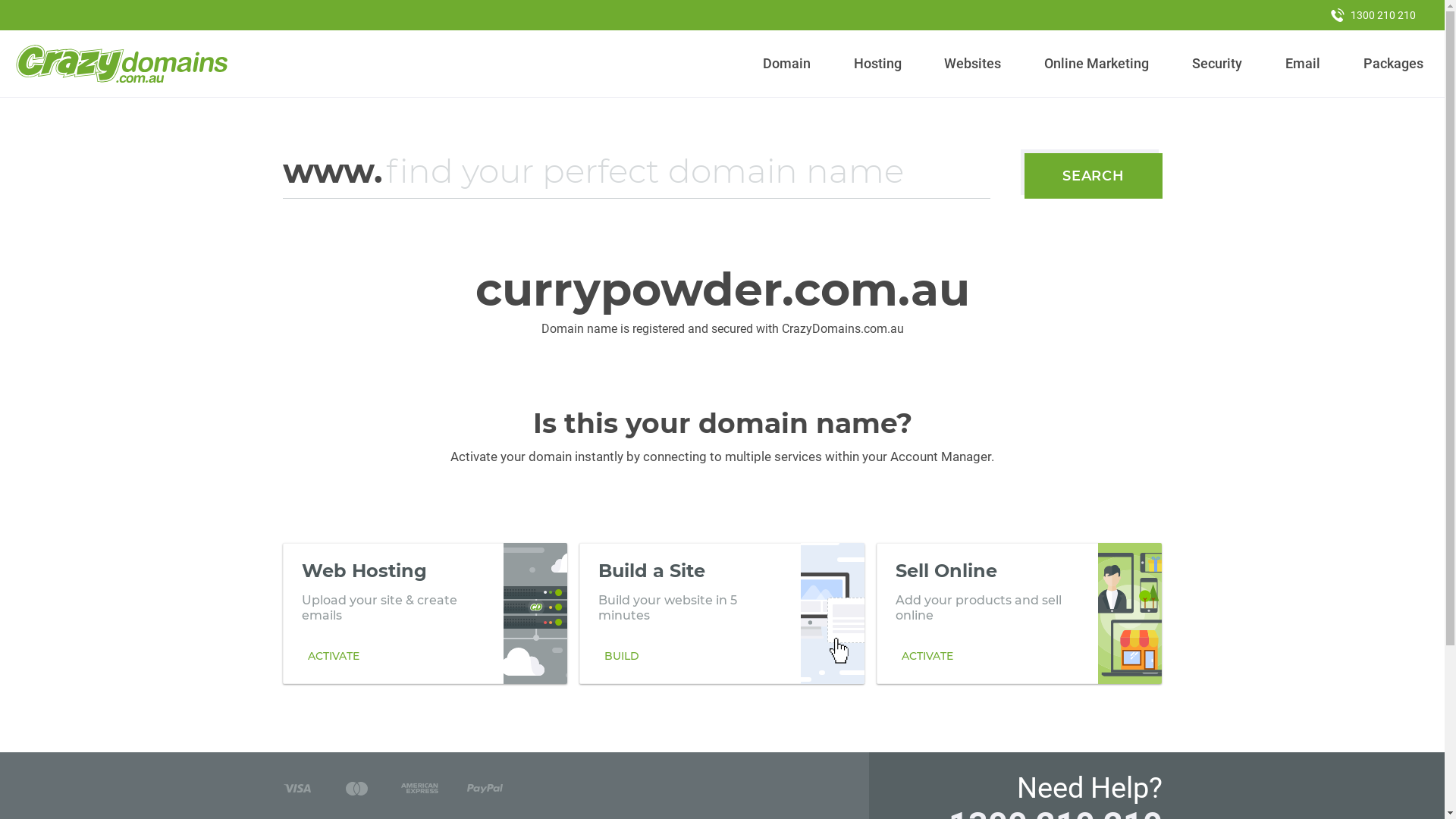 The width and height of the screenshot is (1456, 819). What do you see at coordinates (786, 63) in the screenshot?
I see `'Domain'` at bounding box center [786, 63].